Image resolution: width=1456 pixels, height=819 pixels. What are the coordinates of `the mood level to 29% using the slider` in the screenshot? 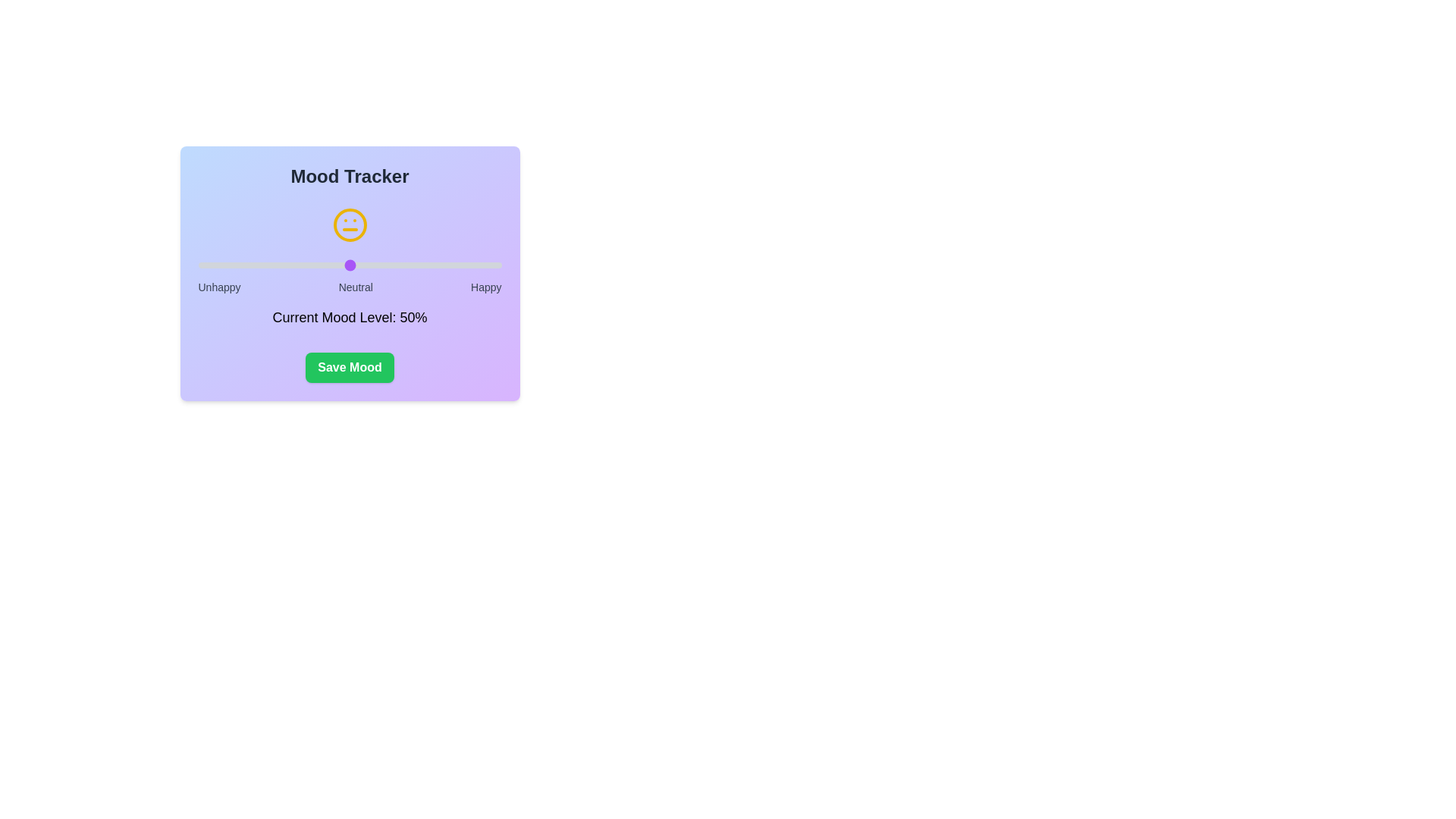 It's located at (286, 265).